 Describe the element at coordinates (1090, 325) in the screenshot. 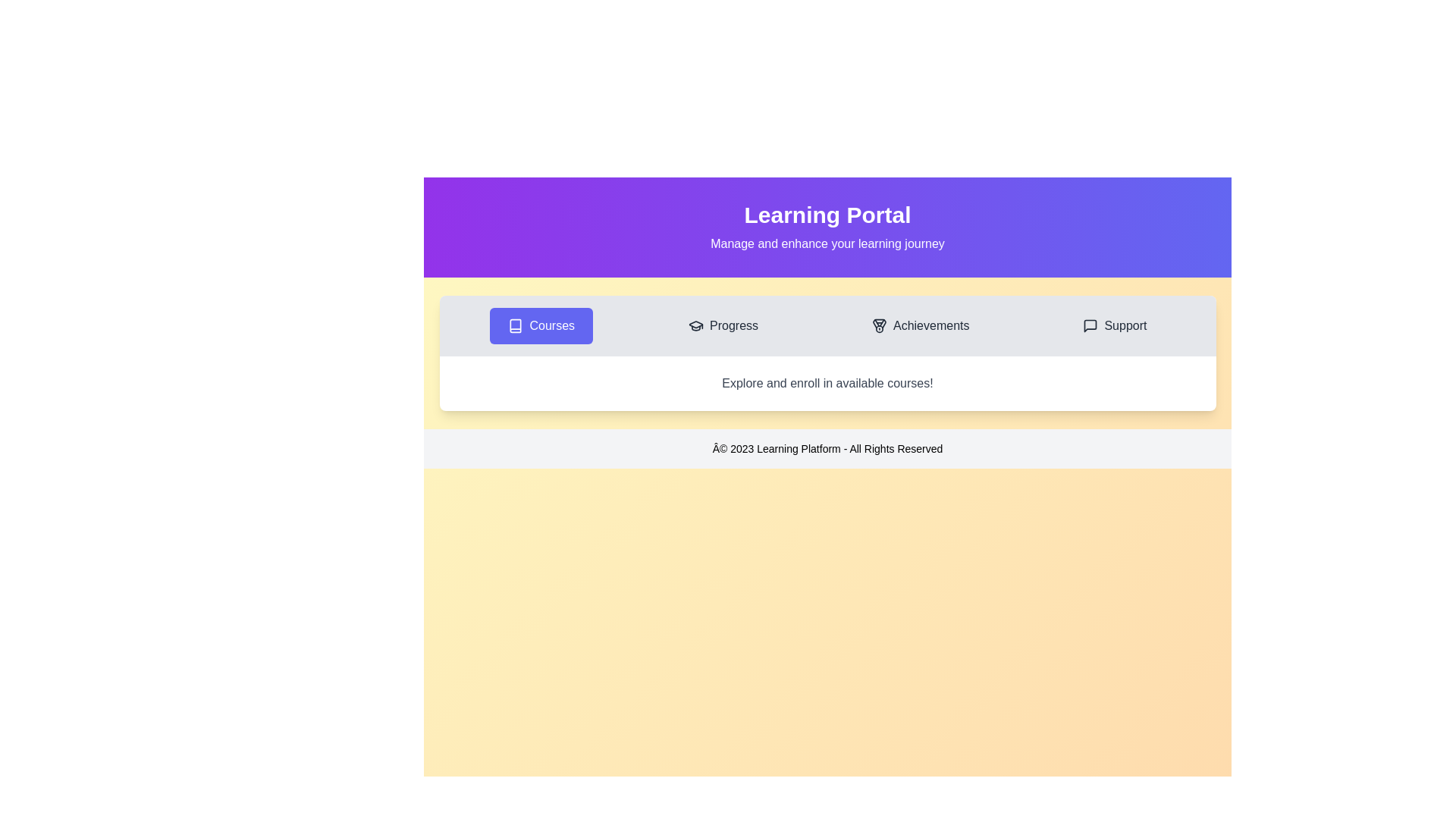

I see `the messaging or support chat icon, which is the last icon in the row adjacent to the 'Support' text` at that location.